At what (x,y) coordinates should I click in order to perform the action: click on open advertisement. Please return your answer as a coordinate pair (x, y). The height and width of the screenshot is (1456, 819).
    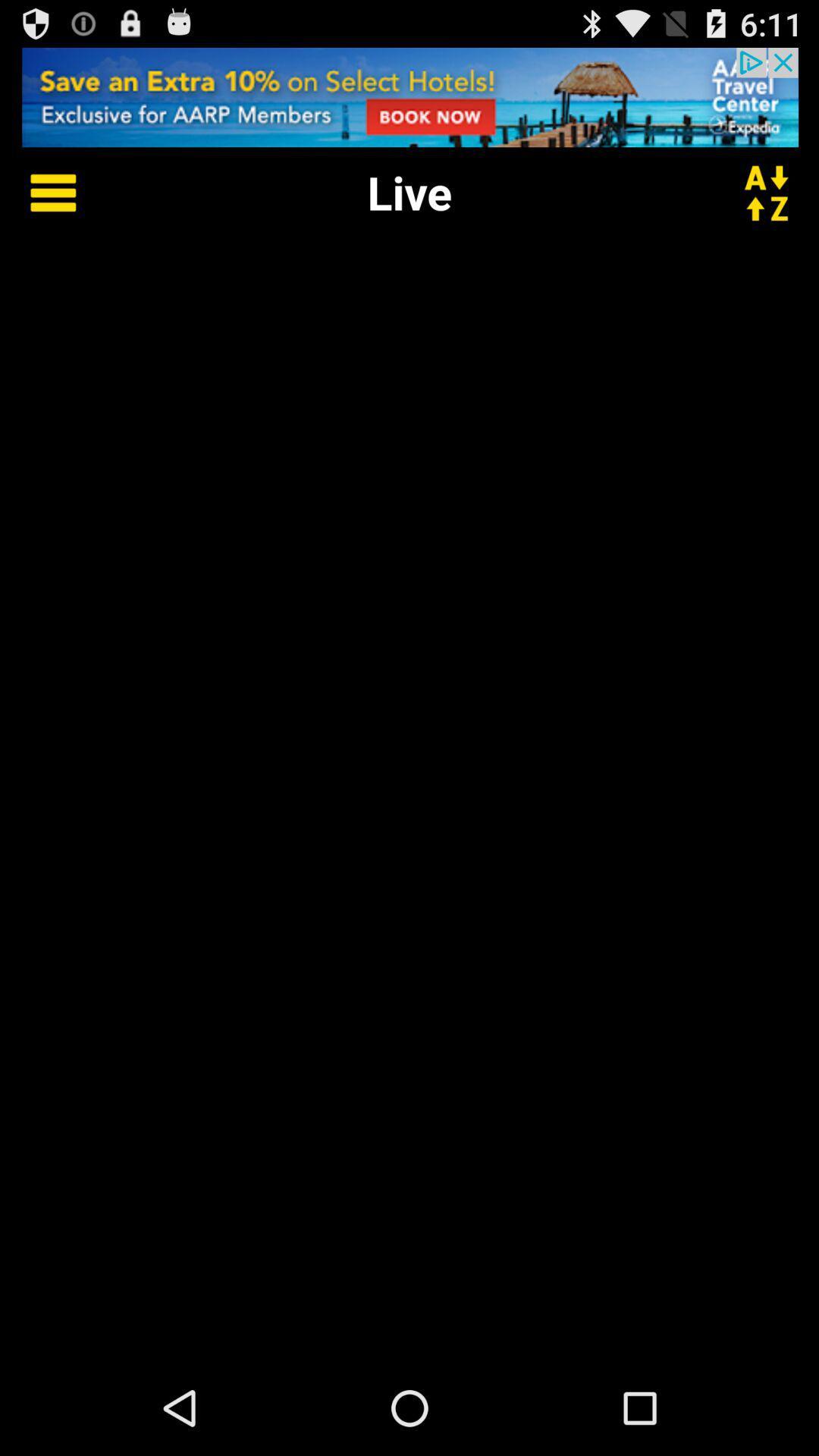
    Looking at the image, I should click on (409, 96).